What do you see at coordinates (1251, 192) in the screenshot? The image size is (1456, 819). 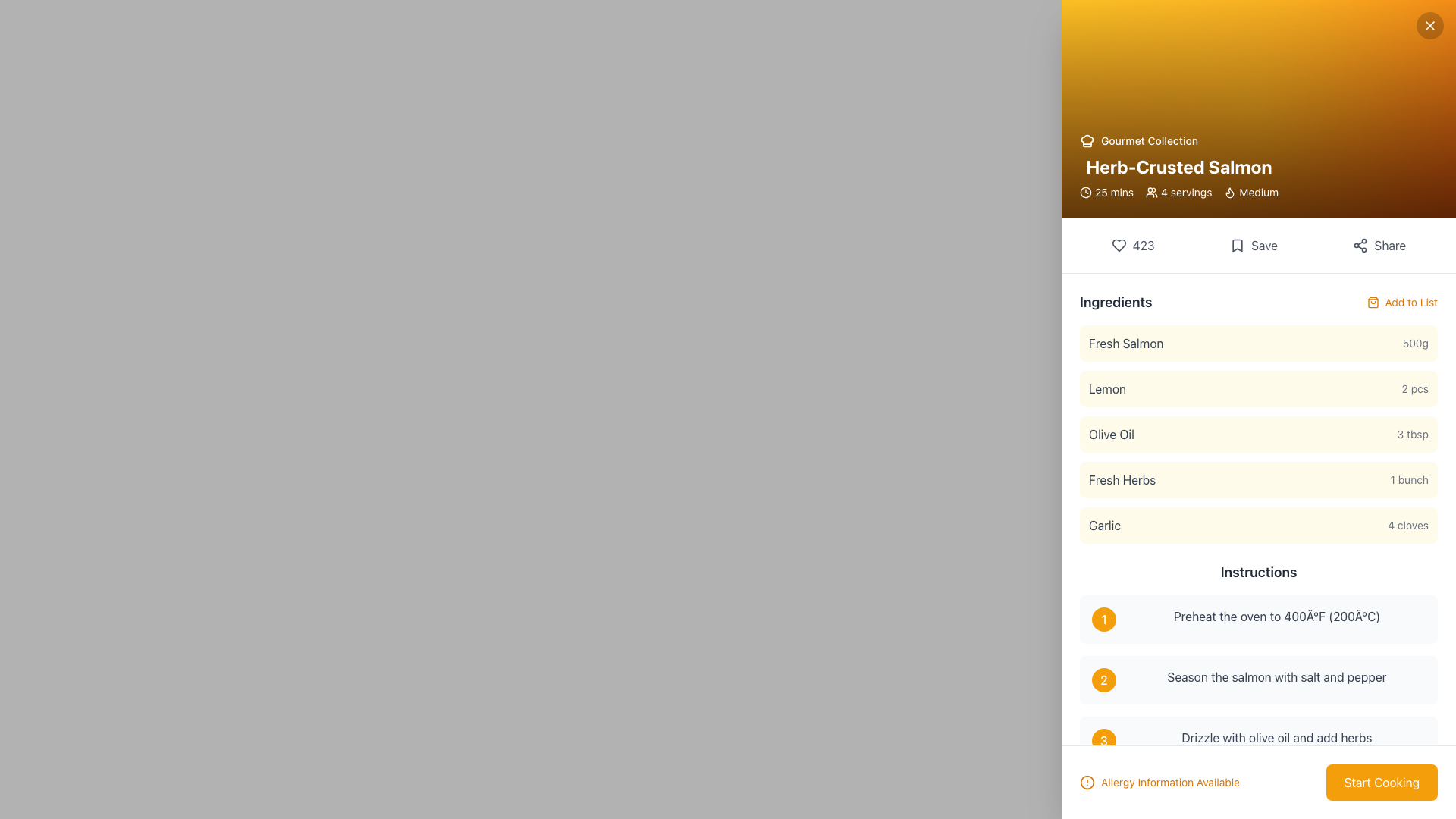 I see `the 'Medium' label, which features a flame icon and white text on a gradient orange background, located to the right of '4 servings'` at bounding box center [1251, 192].